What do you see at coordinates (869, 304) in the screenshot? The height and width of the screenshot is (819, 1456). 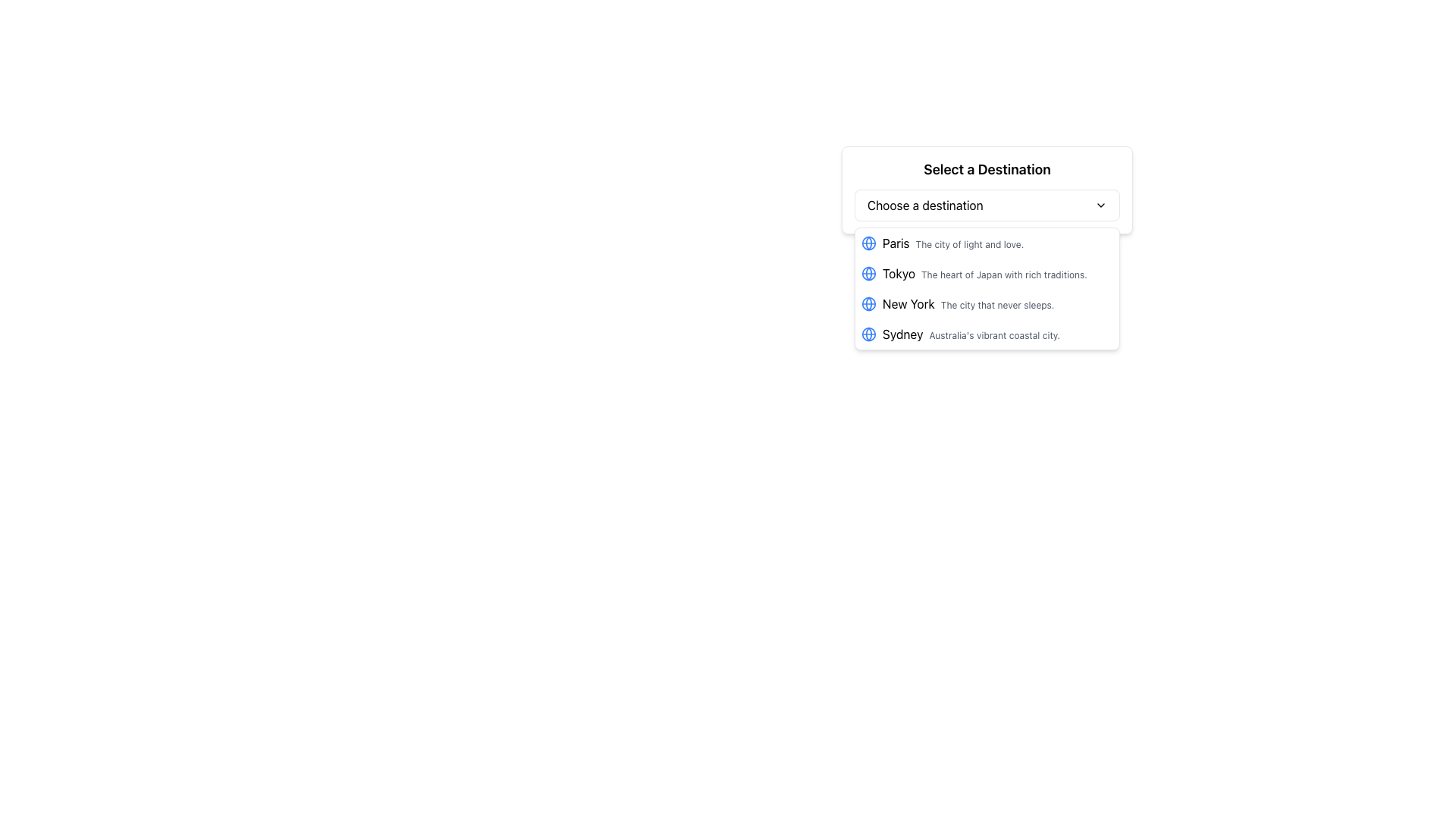 I see `the circular arc component of the globe icon, which is styled with a consistent line thickness and rounded ends, located to the left of the text labels in the dropdown list` at bounding box center [869, 304].